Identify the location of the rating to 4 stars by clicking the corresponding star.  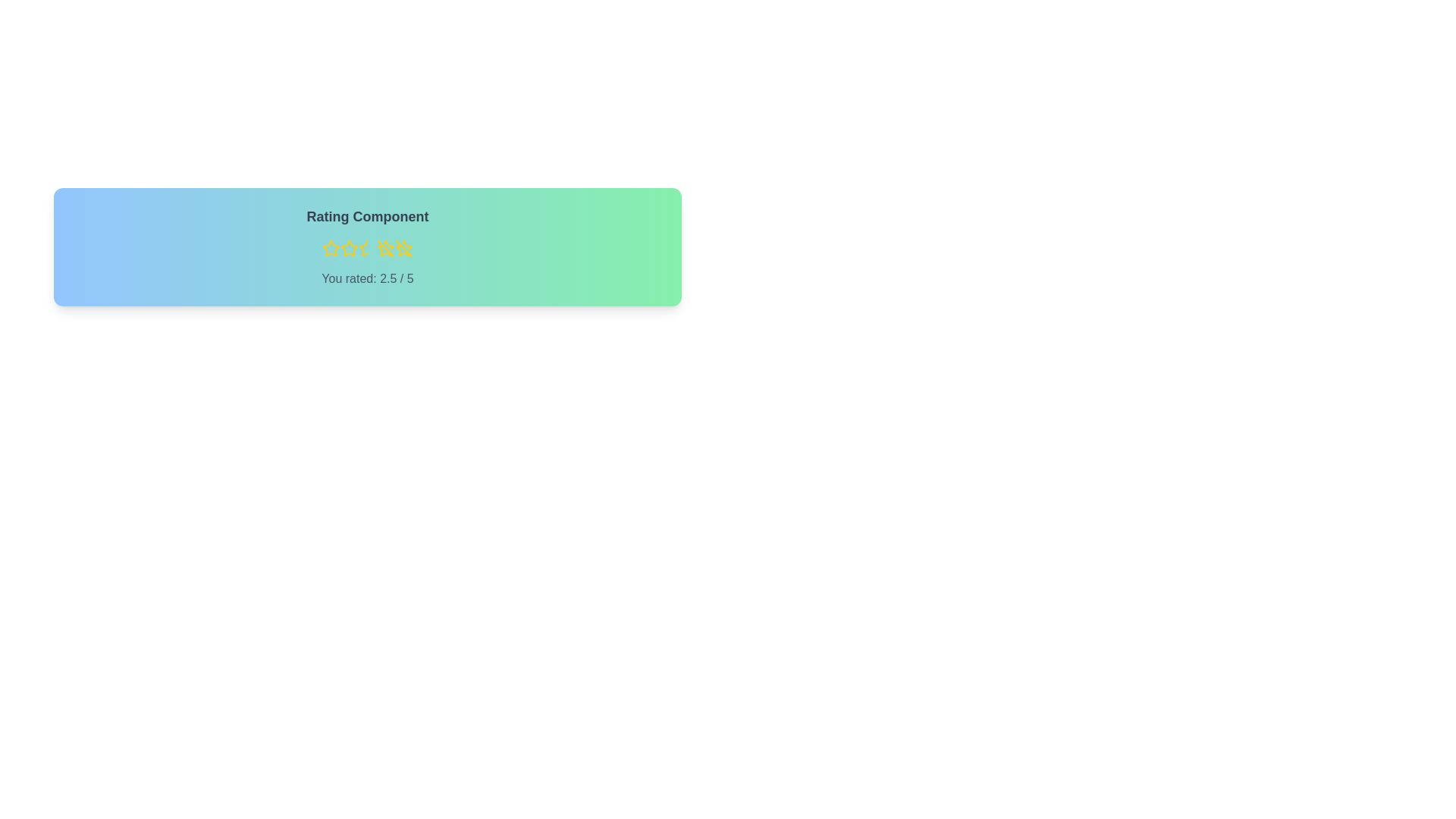
(385, 247).